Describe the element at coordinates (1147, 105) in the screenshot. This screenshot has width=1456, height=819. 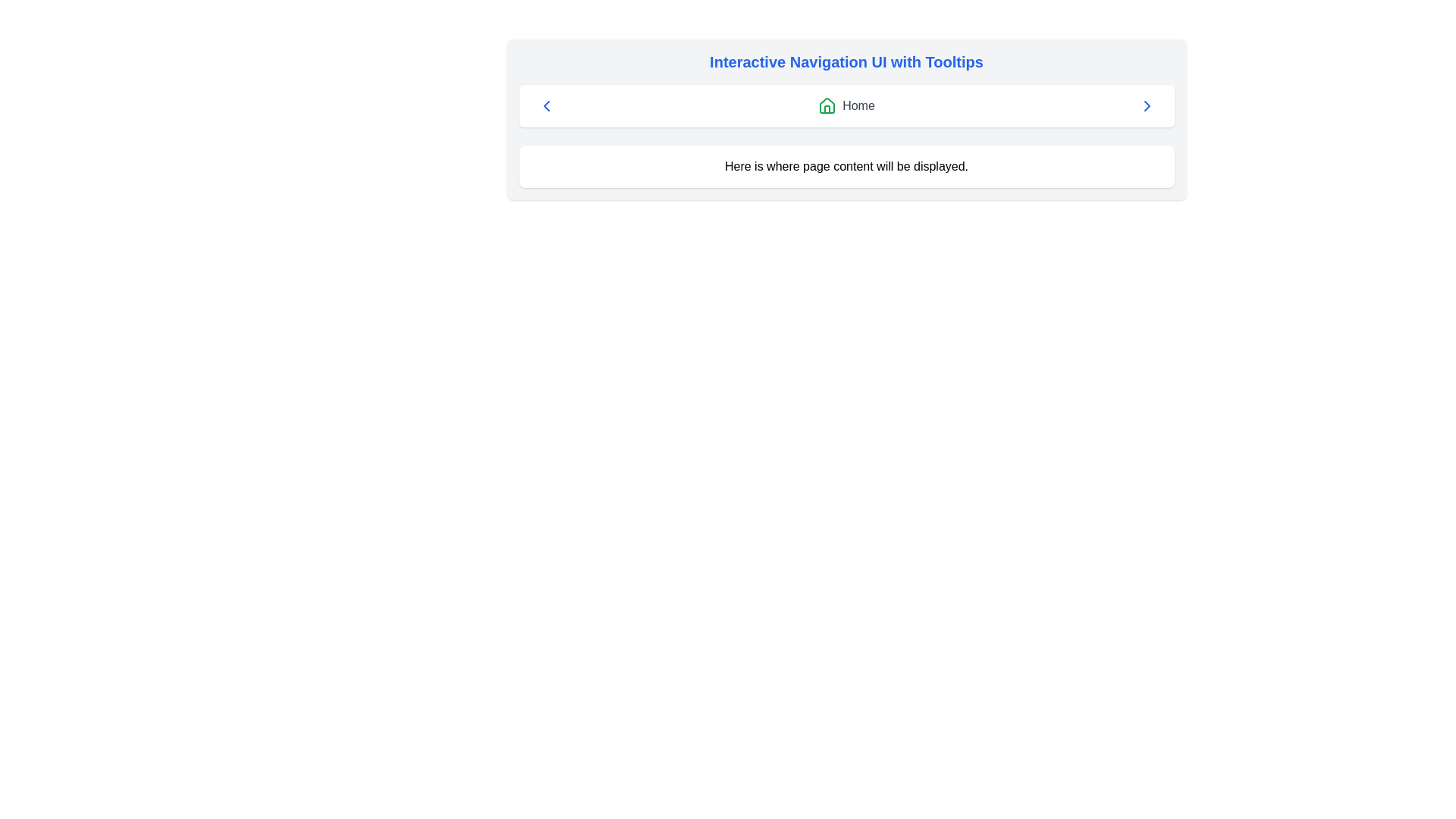
I see `the keyboard navigation on the right-pointing blue chevron icon button located on the far right side of the navigation panel` at that location.